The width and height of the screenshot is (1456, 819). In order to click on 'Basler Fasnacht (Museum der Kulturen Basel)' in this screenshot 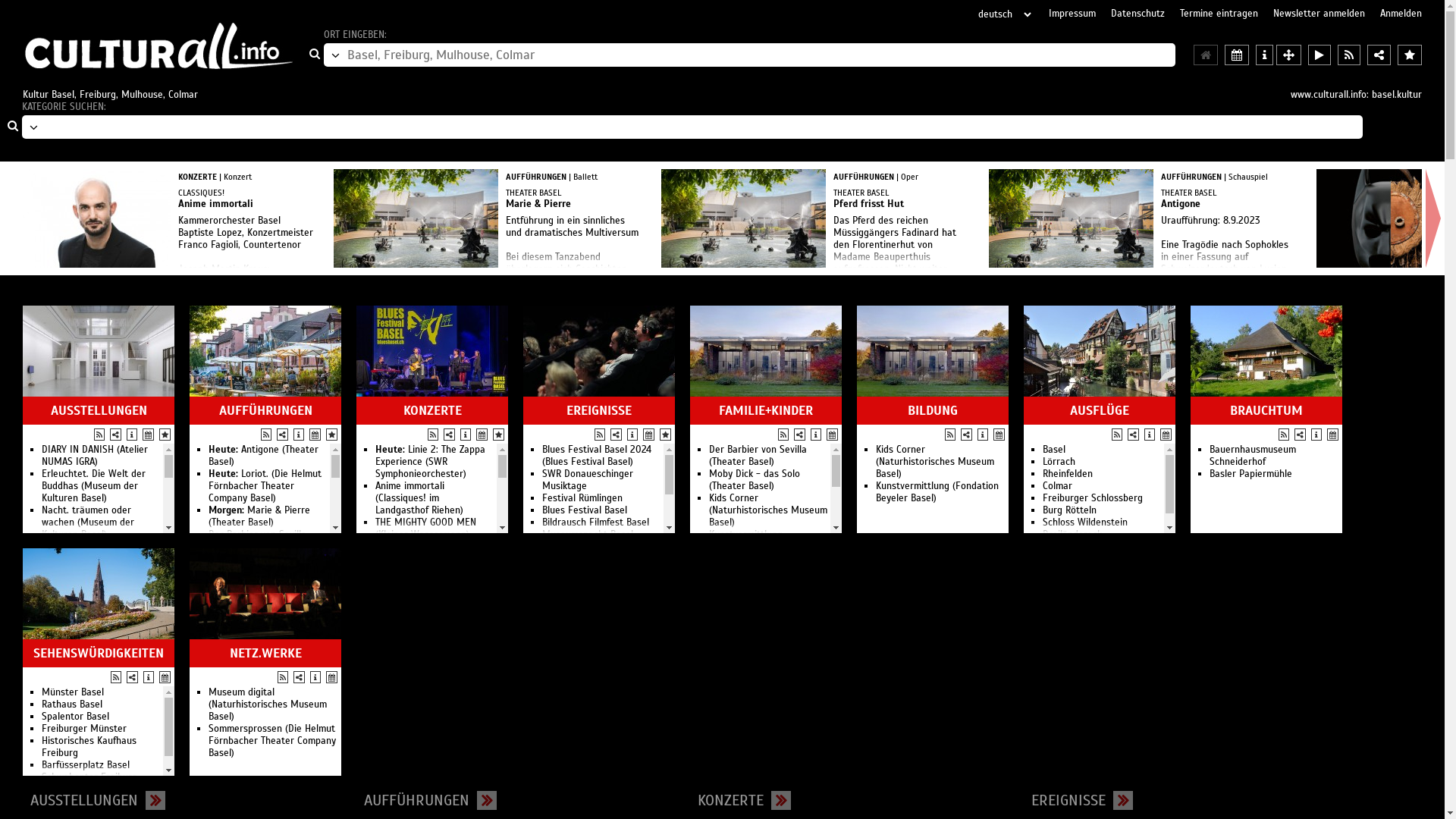, I will do `click(96, 553)`.